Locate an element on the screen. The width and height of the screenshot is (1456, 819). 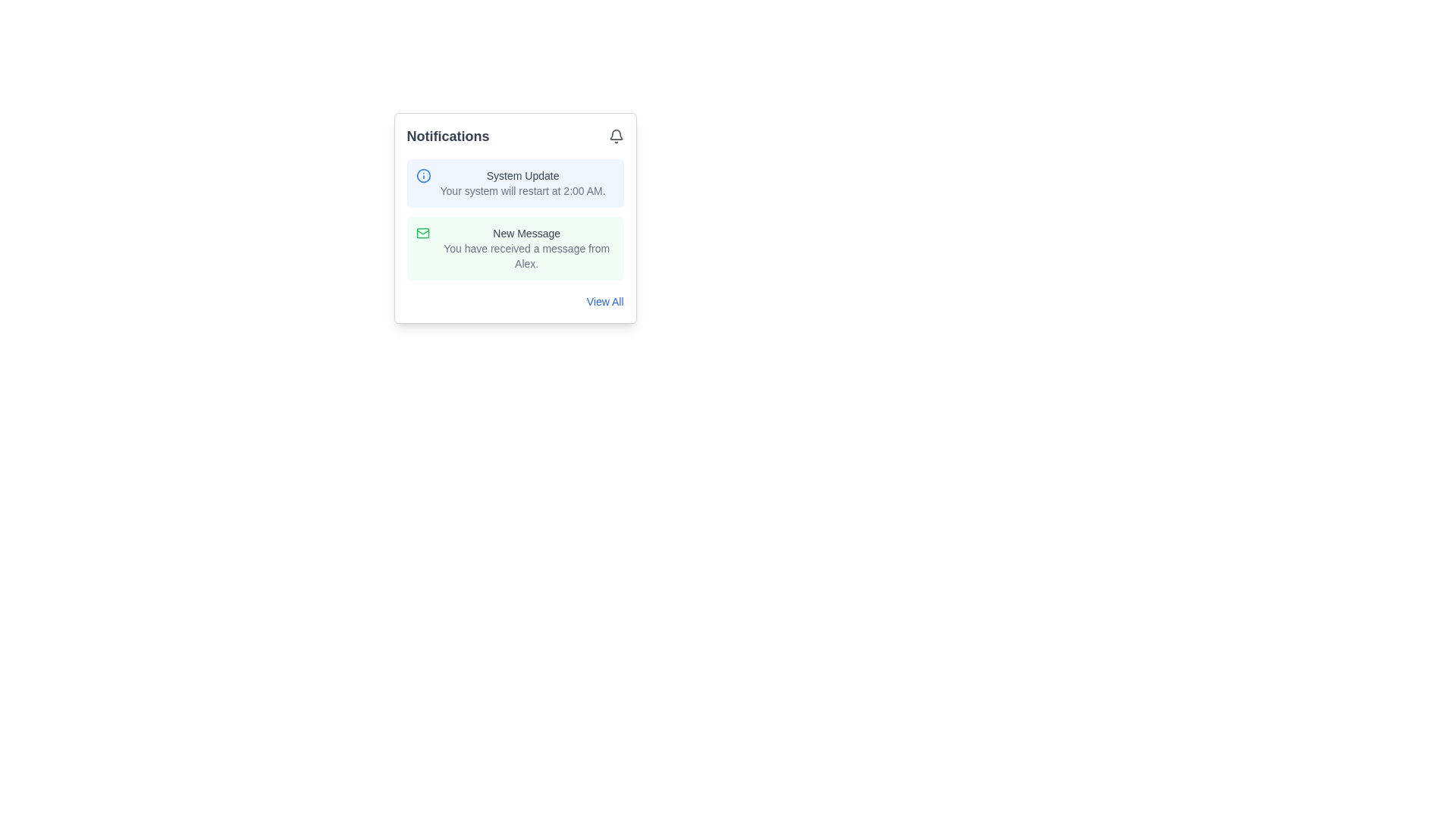
the 'New Message' text label, which is styled in medium gray font within a green notification card, located in the second notification section under the 'Notifications' card is located at coordinates (526, 234).